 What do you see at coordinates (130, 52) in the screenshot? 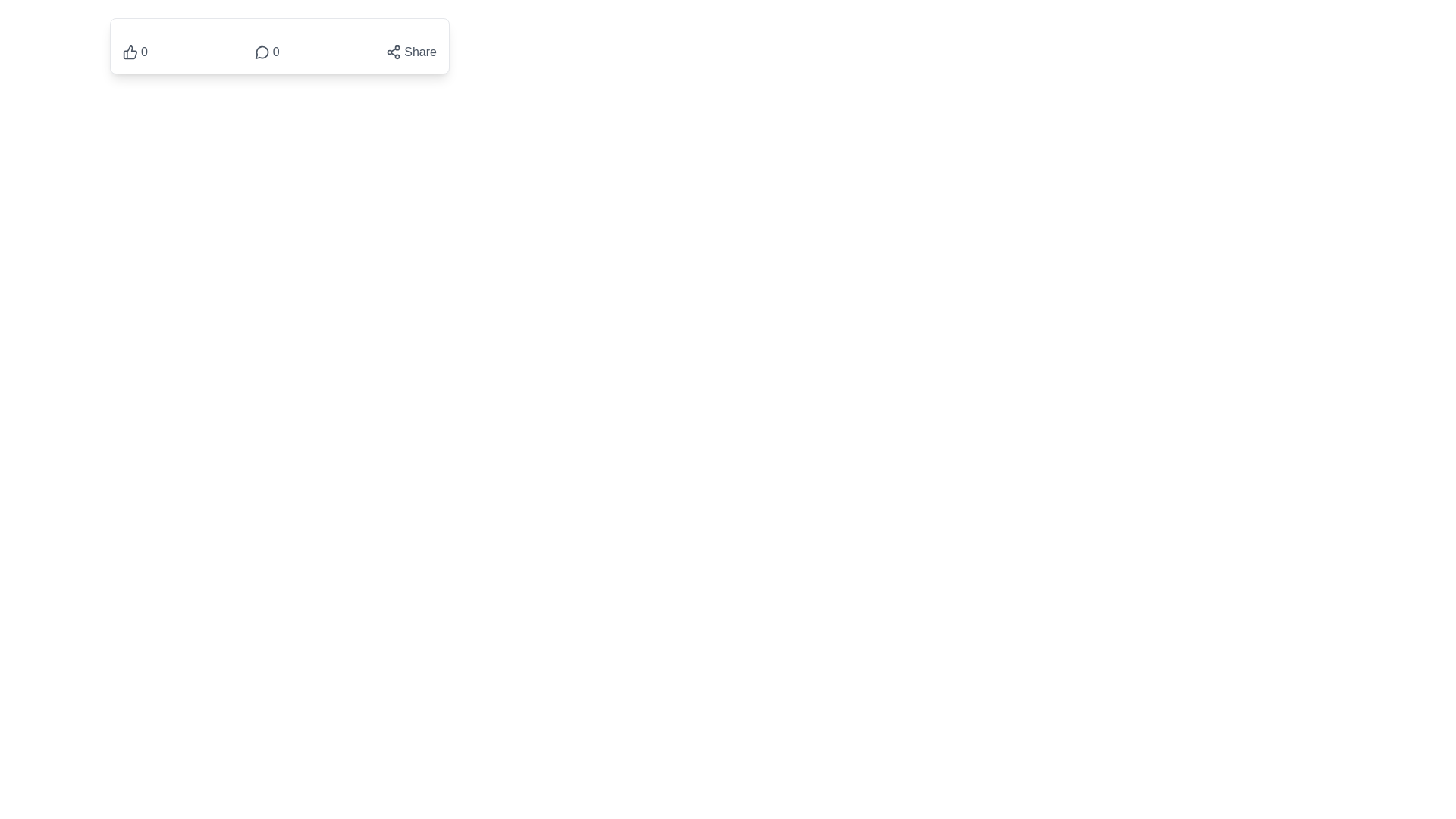
I see `the lower section of the thumbs-up icon, which is part of a graphic depicting approval, to signify approval` at bounding box center [130, 52].